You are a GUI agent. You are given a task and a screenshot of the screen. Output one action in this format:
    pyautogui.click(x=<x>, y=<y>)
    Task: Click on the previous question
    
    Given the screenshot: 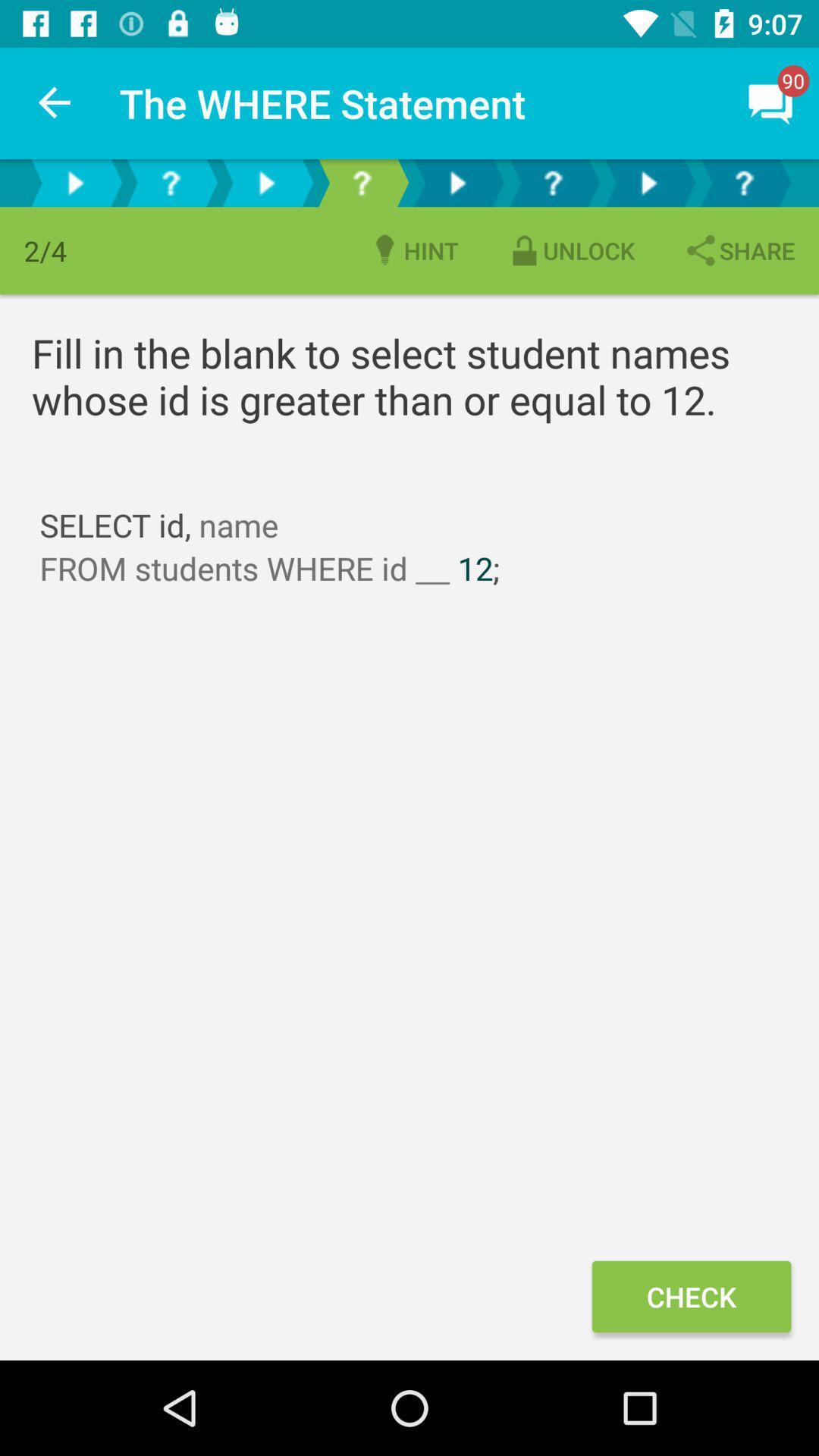 What is the action you would take?
    pyautogui.click(x=170, y=182)
    